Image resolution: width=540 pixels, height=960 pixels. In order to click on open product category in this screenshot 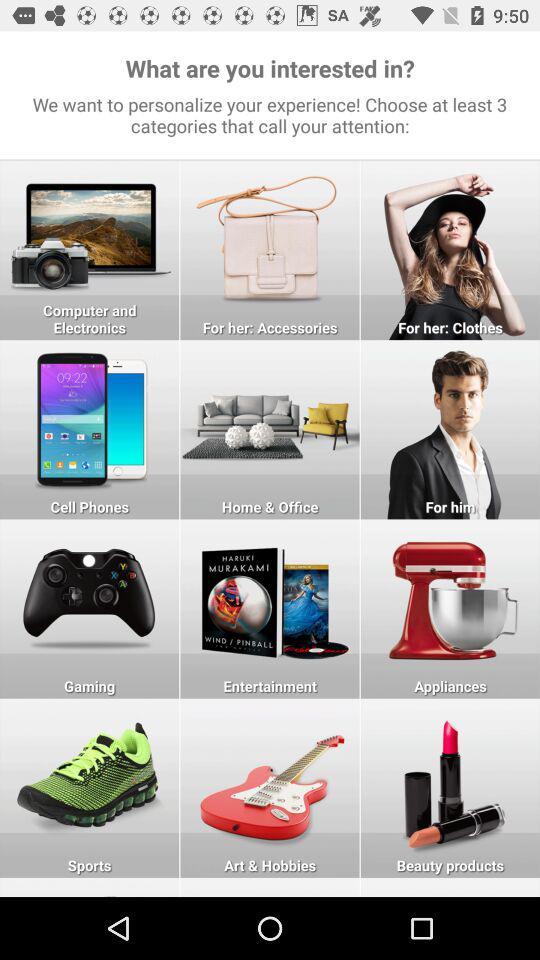, I will do `click(88, 429)`.